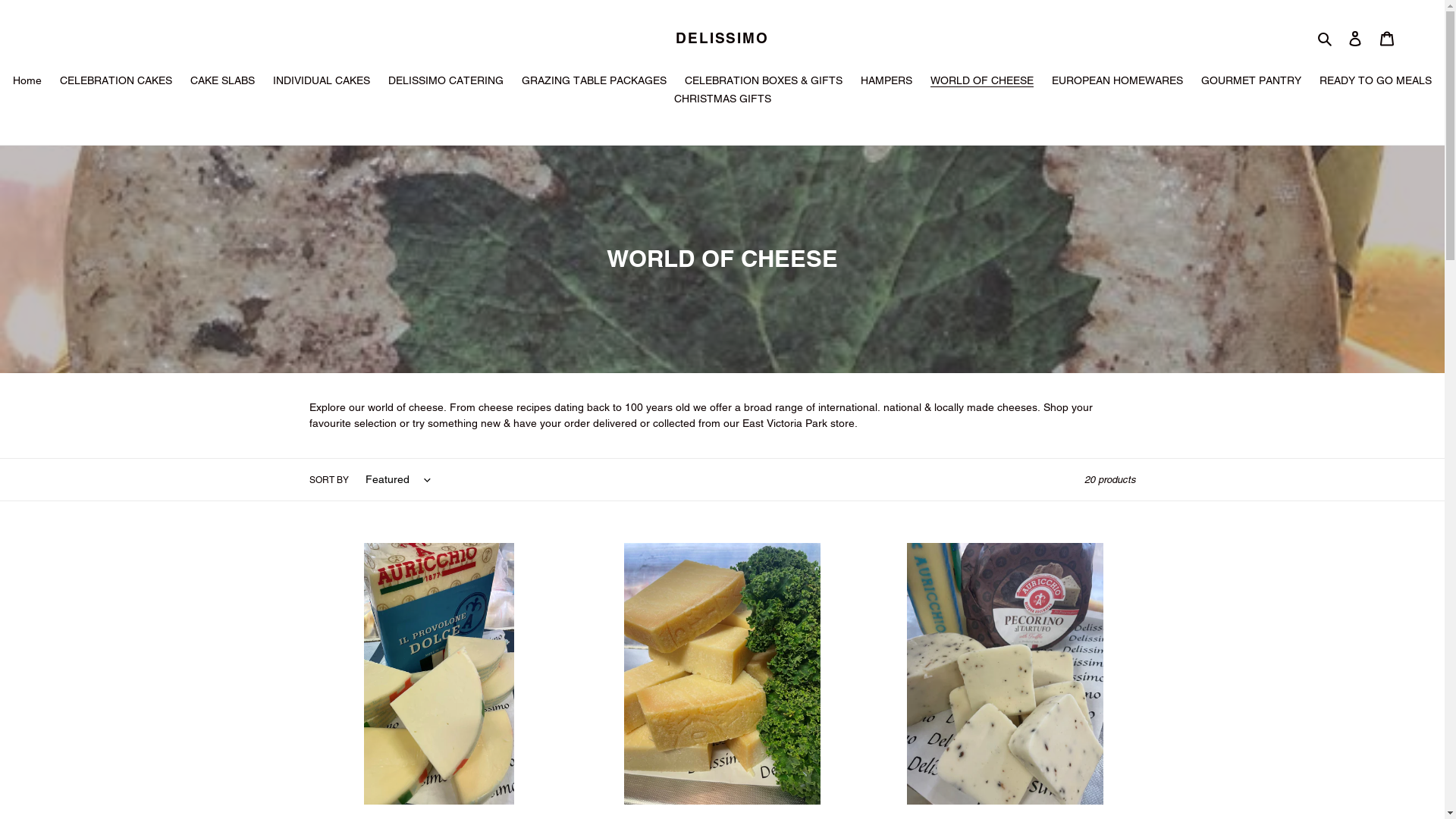 This screenshot has width=1456, height=819. What do you see at coordinates (593, 82) in the screenshot?
I see `'GRAZING TABLE PACKAGES'` at bounding box center [593, 82].